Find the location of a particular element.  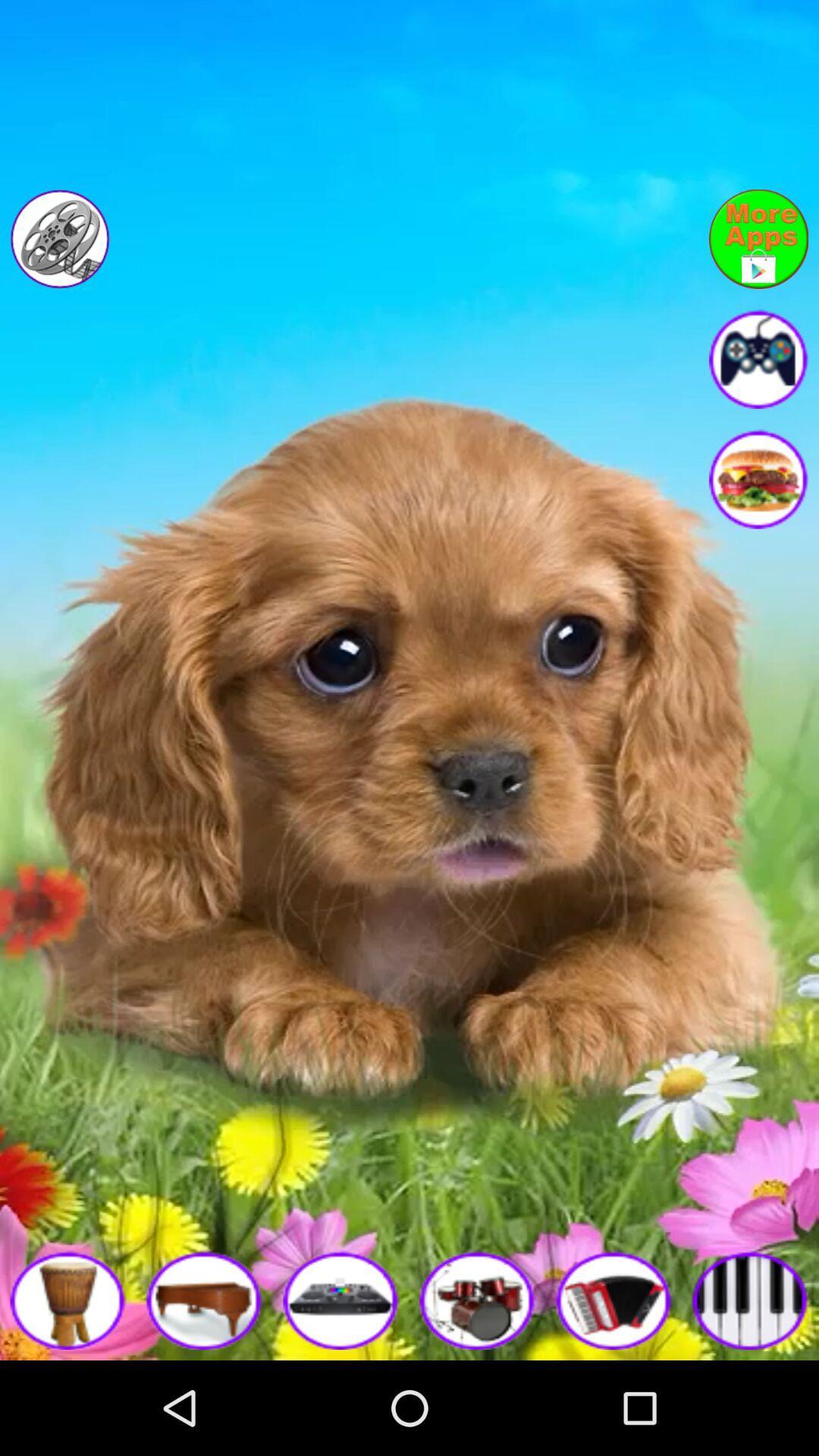

music is located at coordinates (751, 1299).